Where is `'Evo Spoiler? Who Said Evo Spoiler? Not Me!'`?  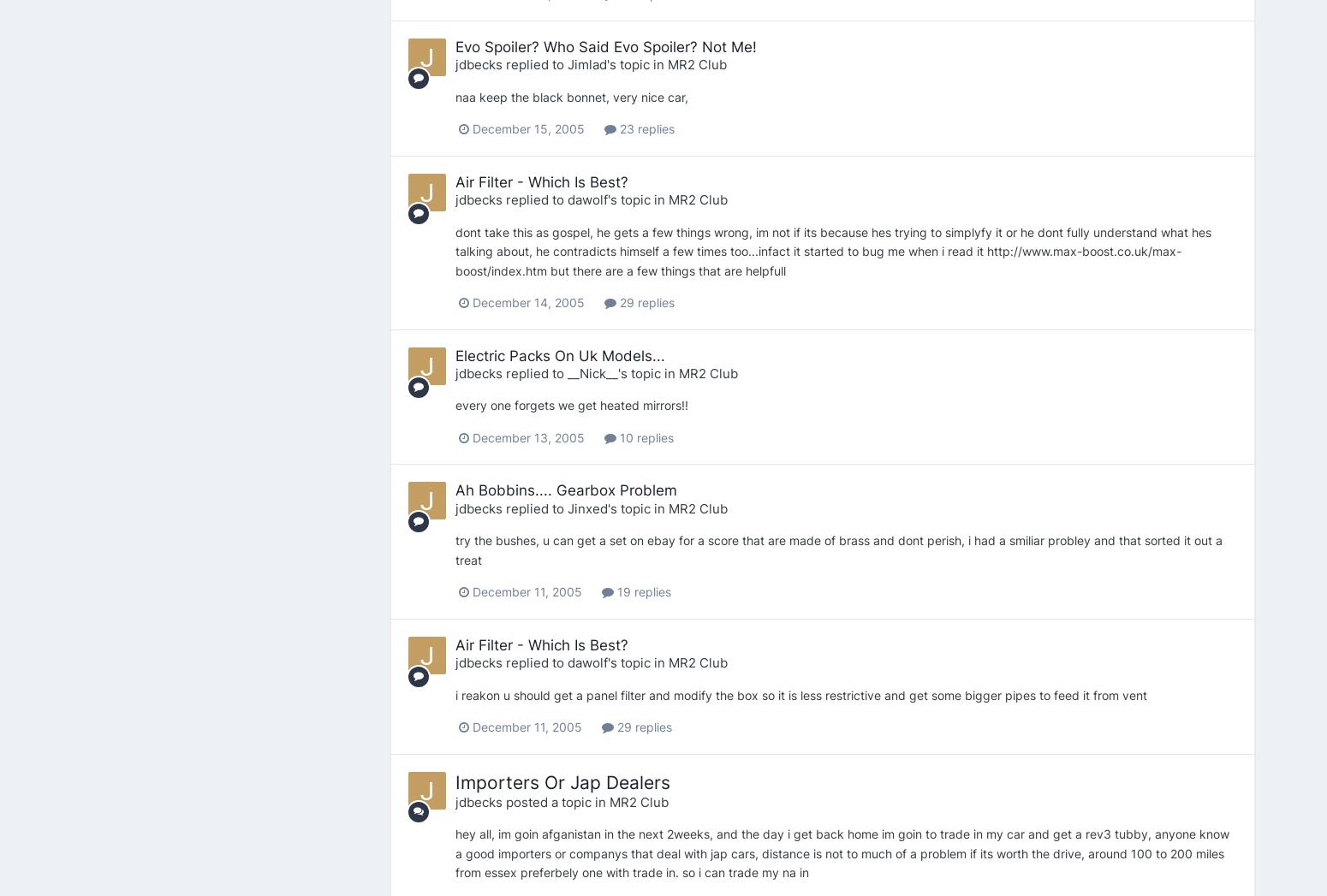 'Evo Spoiler? Who Said Evo Spoiler? Not Me!' is located at coordinates (604, 46).